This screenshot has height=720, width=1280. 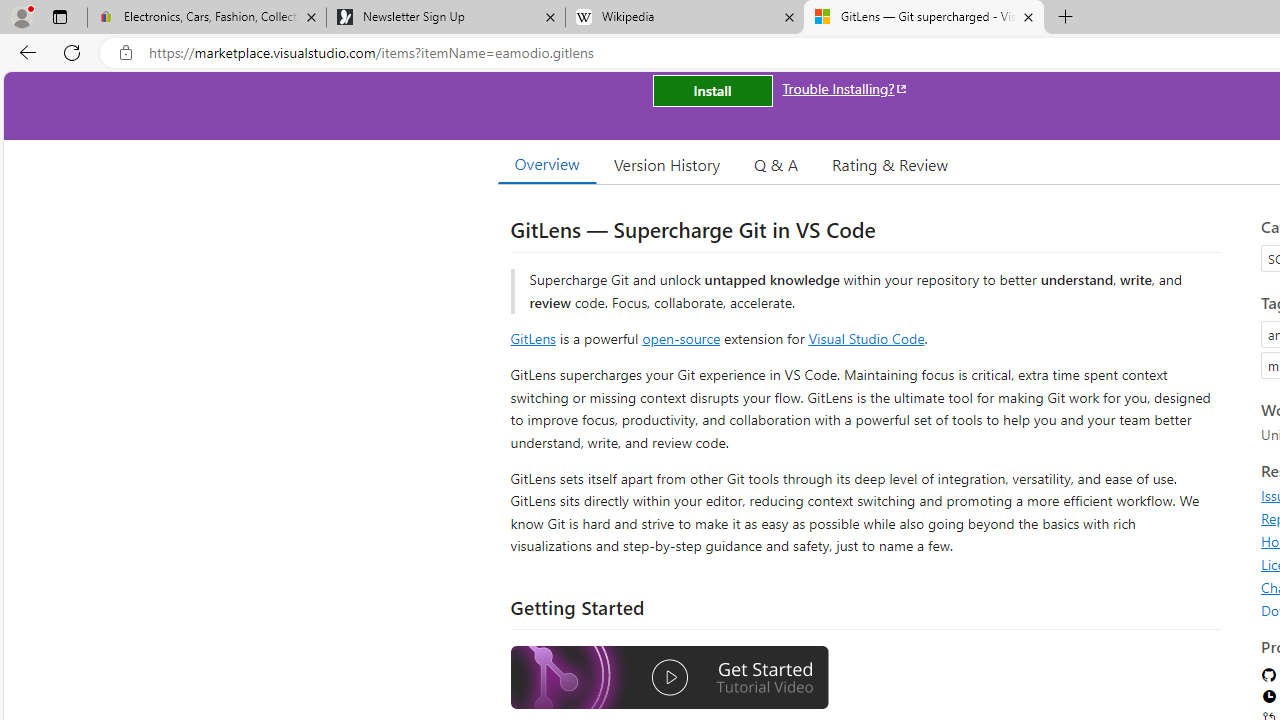 What do you see at coordinates (1065, 17) in the screenshot?
I see `'New Tab'` at bounding box center [1065, 17].